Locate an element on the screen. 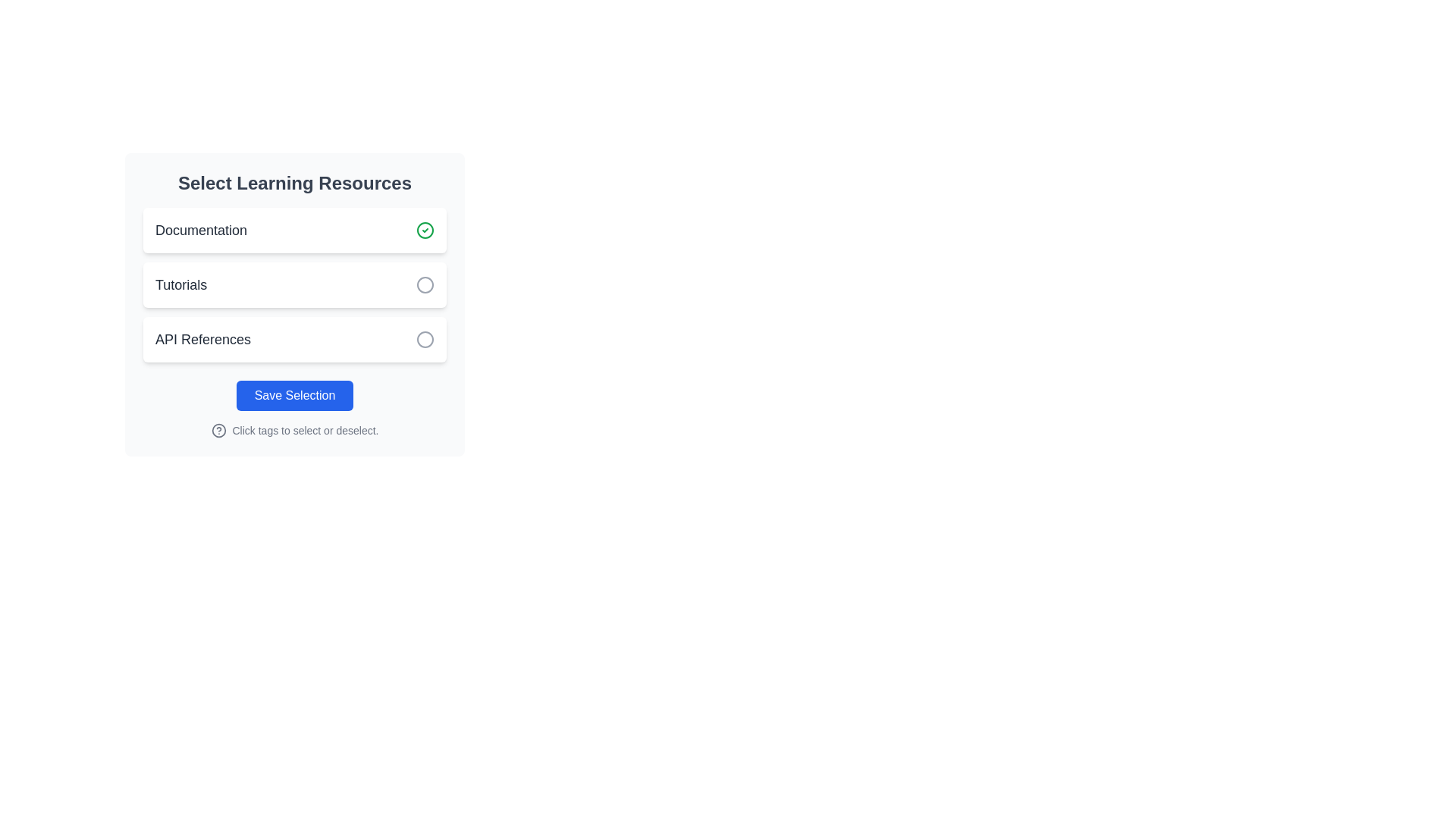 This screenshot has width=1456, height=819. the decorative circle that outlines the confirmation checkmark icon next to the 'Documentation' option in the list of selectable learning resource types is located at coordinates (425, 231).